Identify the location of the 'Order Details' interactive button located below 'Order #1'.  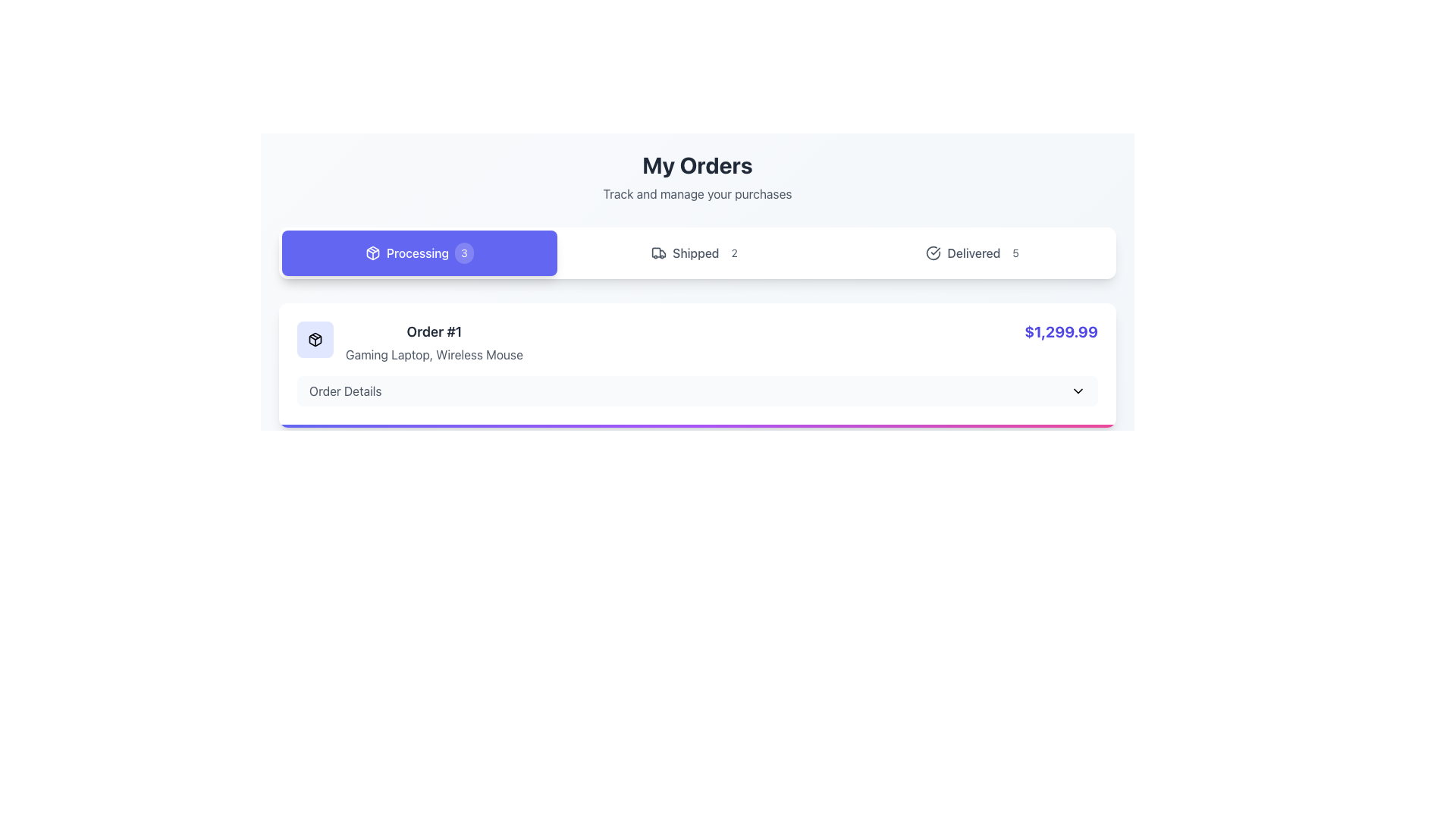
(697, 391).